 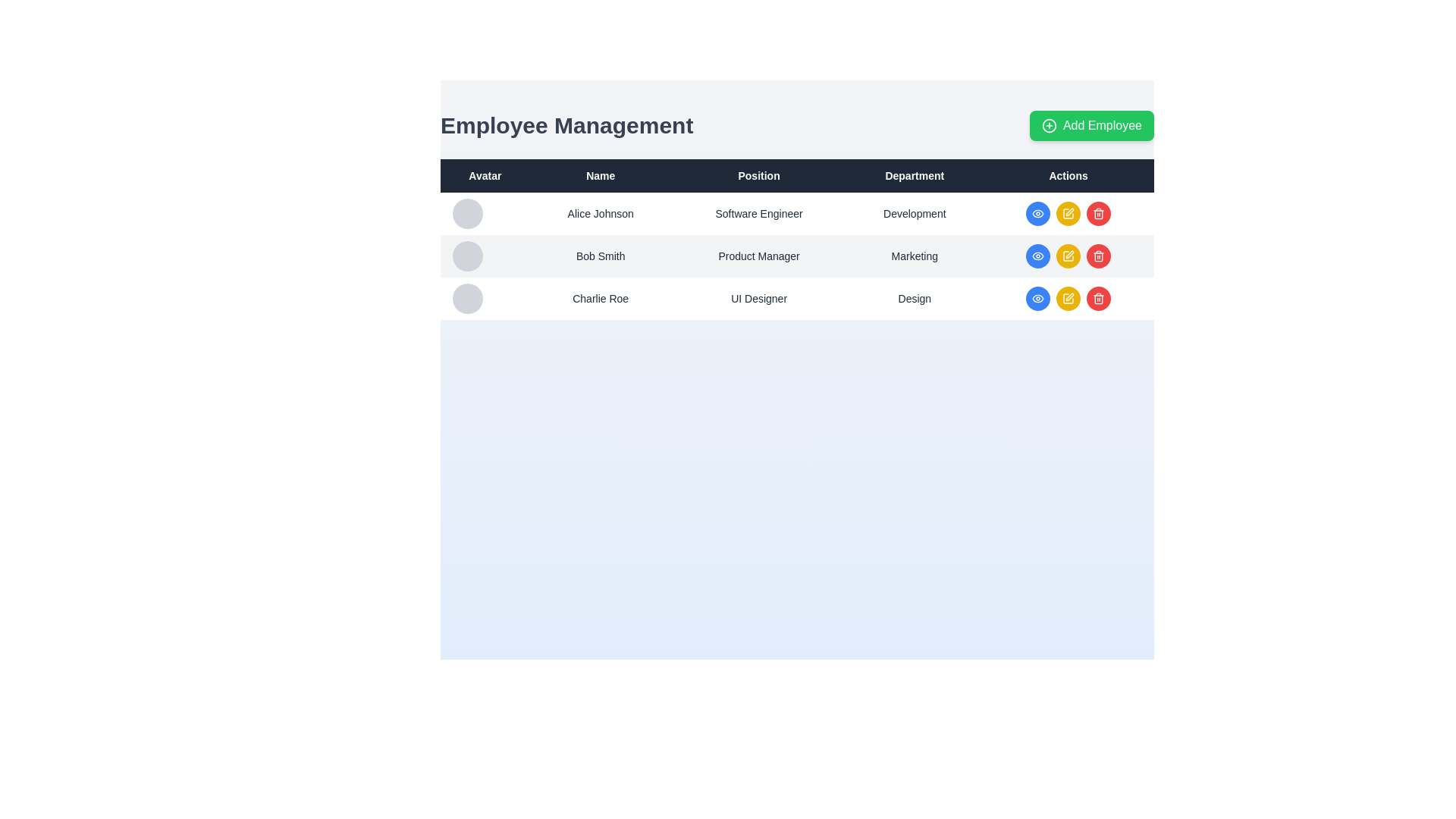 What do you see at coordinates (1099, 213) in the screenshot?
I see `the trash icon button, which is styled with red color and located on the rightmost side of a table row in the 'Actions' column, to observe any hover effects` at bounding box center [1099, 213].